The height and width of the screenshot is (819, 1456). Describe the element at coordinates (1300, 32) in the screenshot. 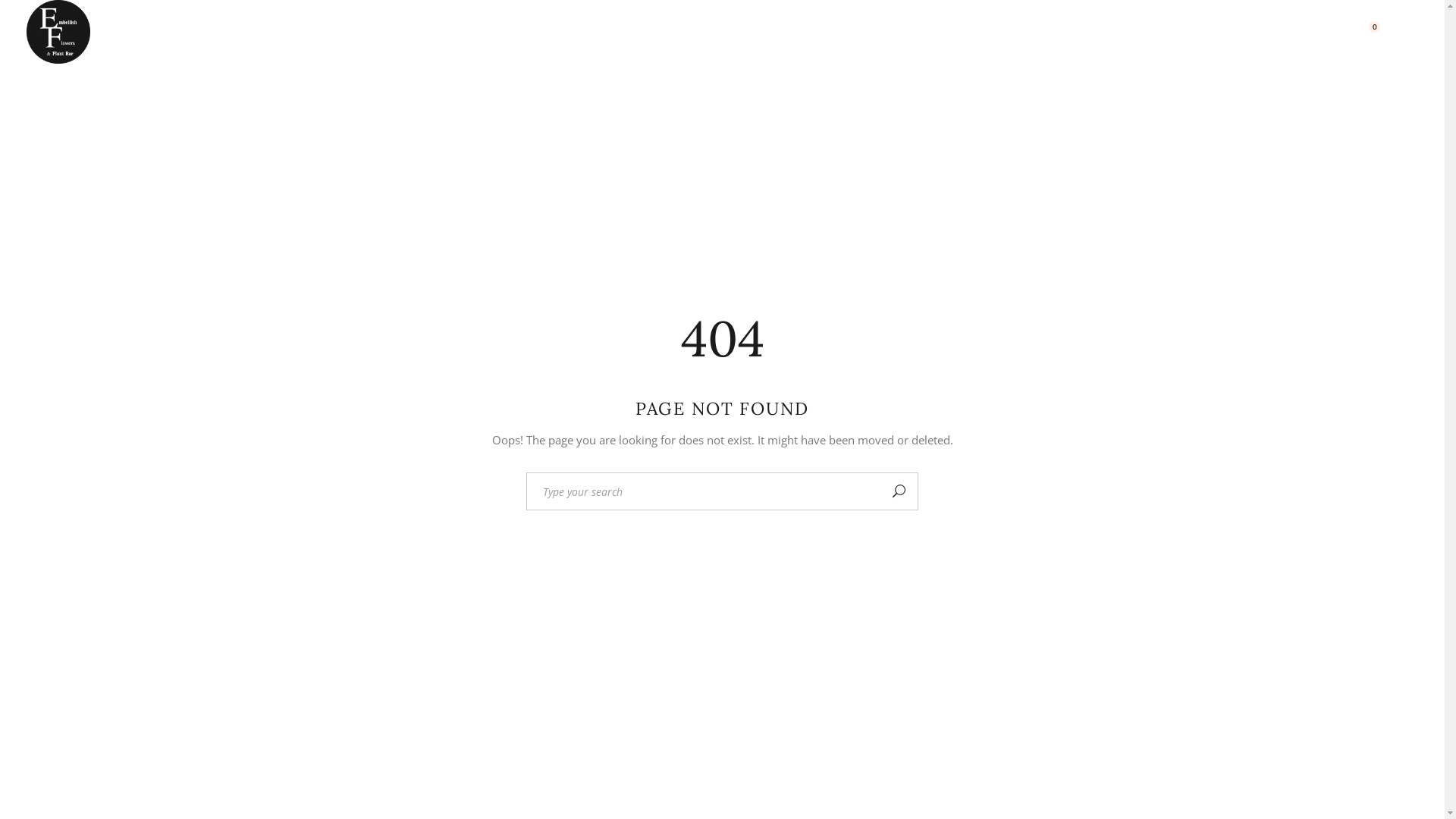

I see `'SAY HELLO'` at that location.